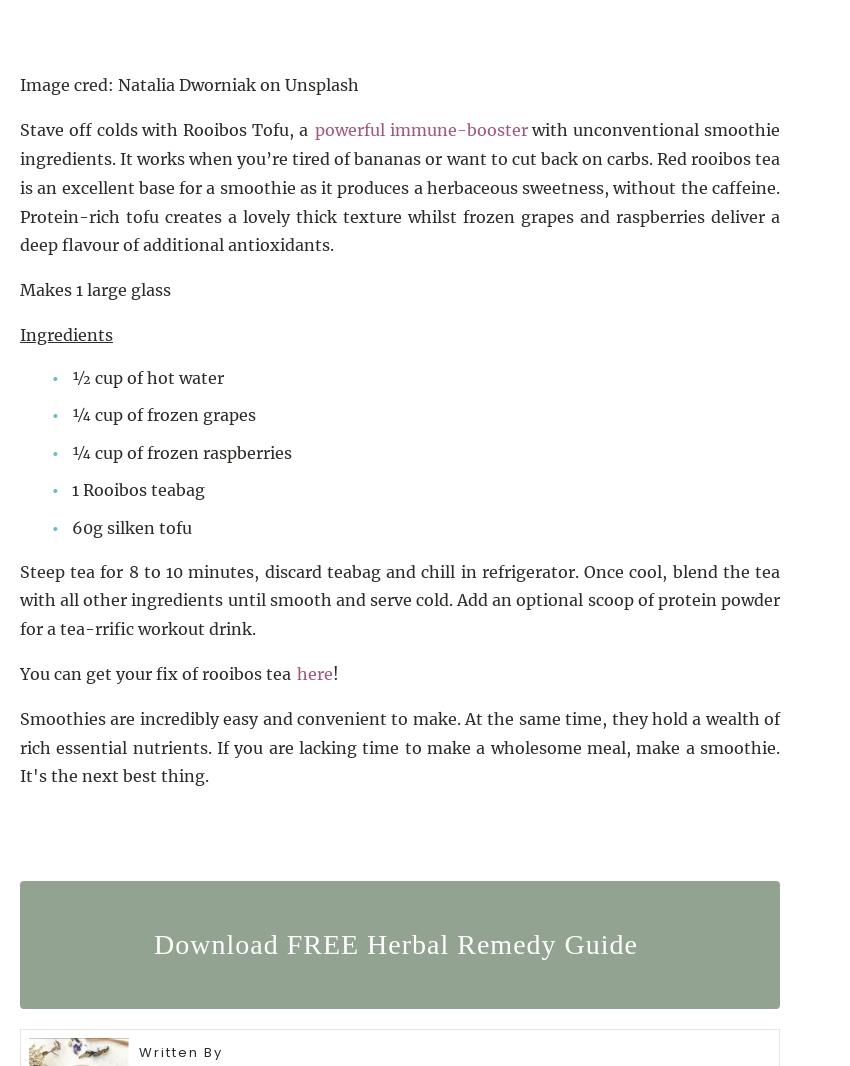  Describe the element at coordinates (163, 414) in the screenshot. I see `'¼ cup of frozen grapes'` at that location.